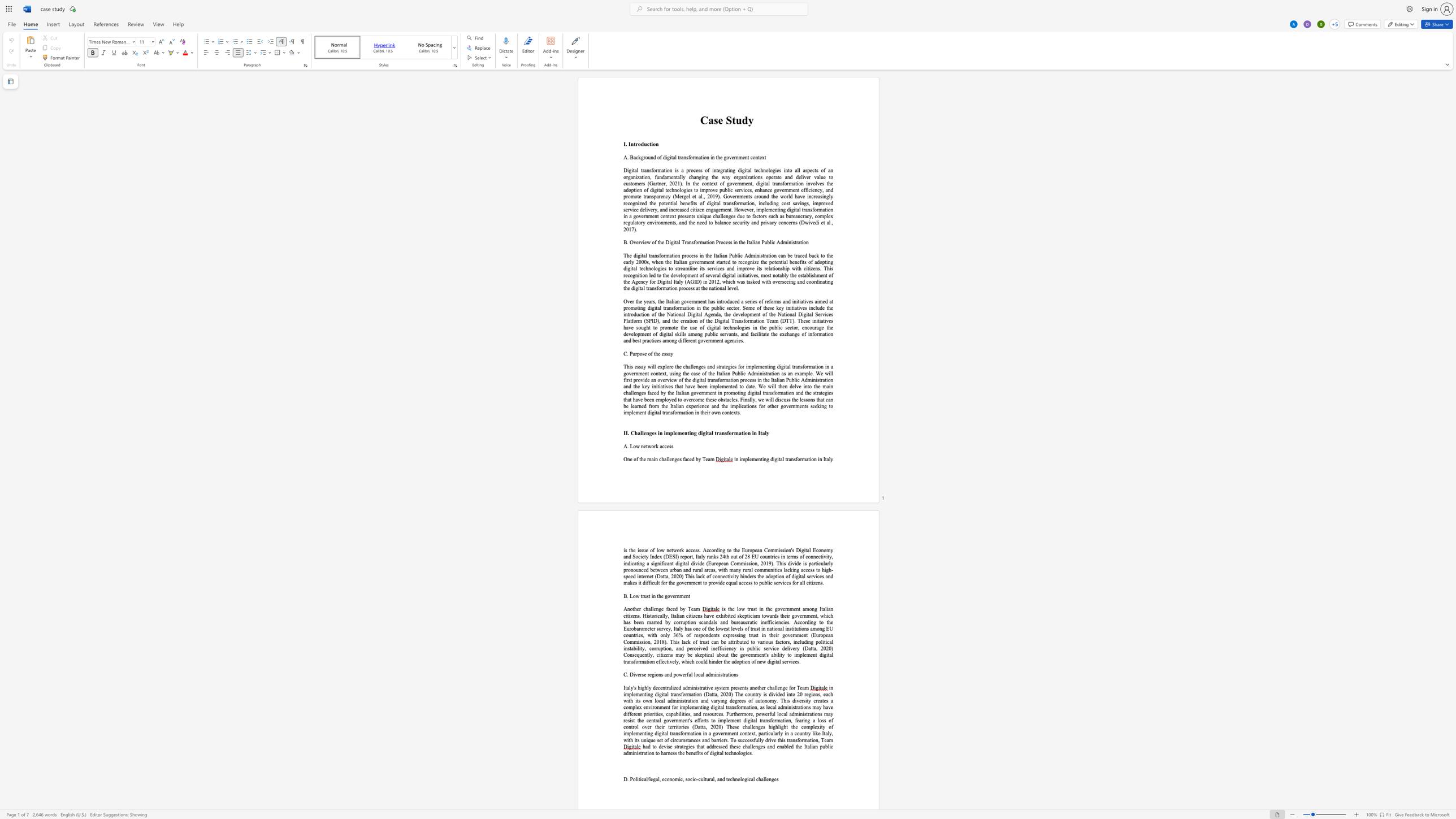 This screenshot has width=1456, height=819. Describe the element at coordinates (683, 157) in the screenshot. I see `the space between the continuous character "a" and "n" in the text` at that location.